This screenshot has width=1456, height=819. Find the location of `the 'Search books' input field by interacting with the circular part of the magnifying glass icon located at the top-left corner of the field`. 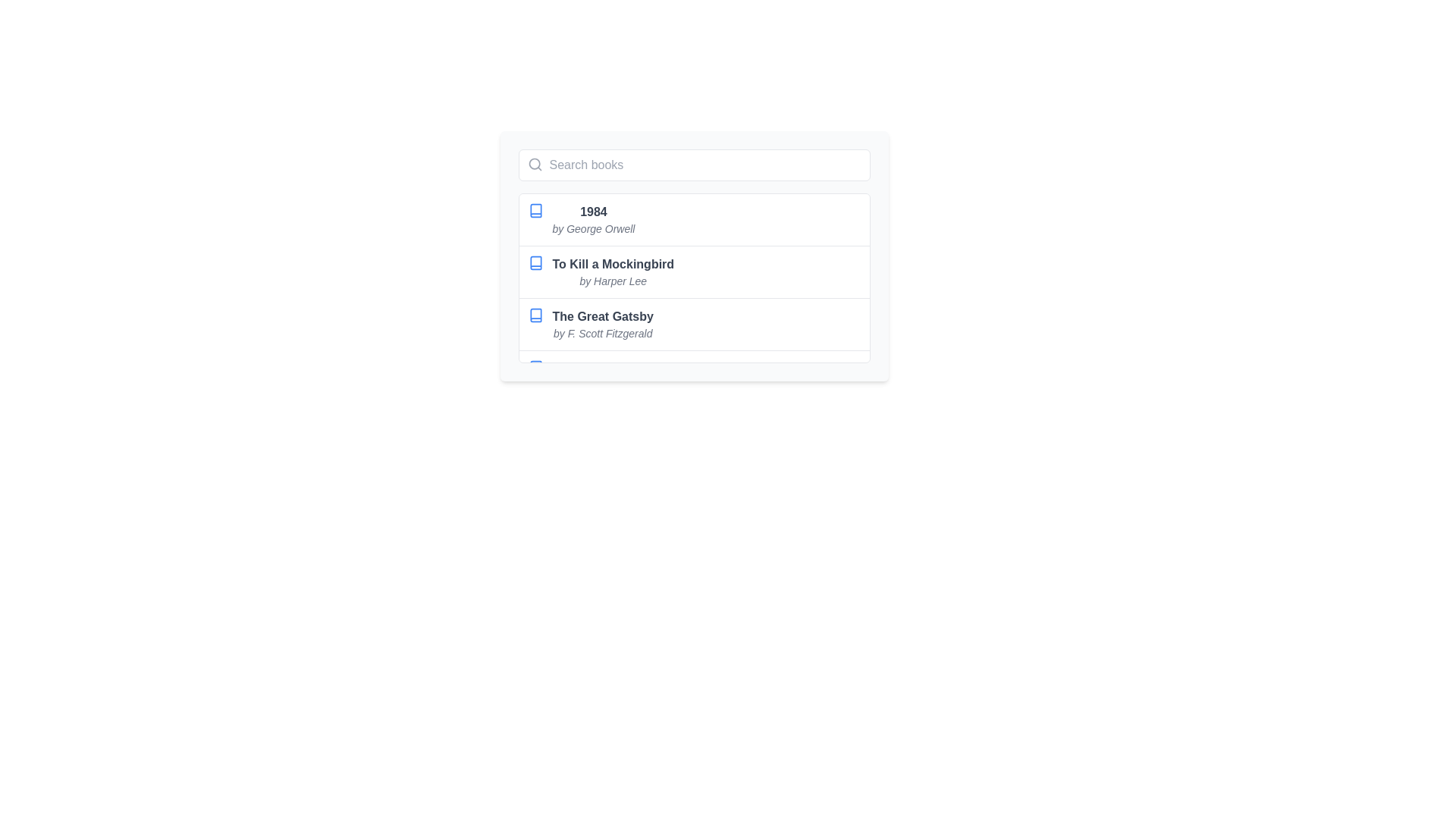

the 'Search books' input field by interacting with the circular part of the magnifying glass icon located at the top-left corner of the field is located at coordinates (534, 164).